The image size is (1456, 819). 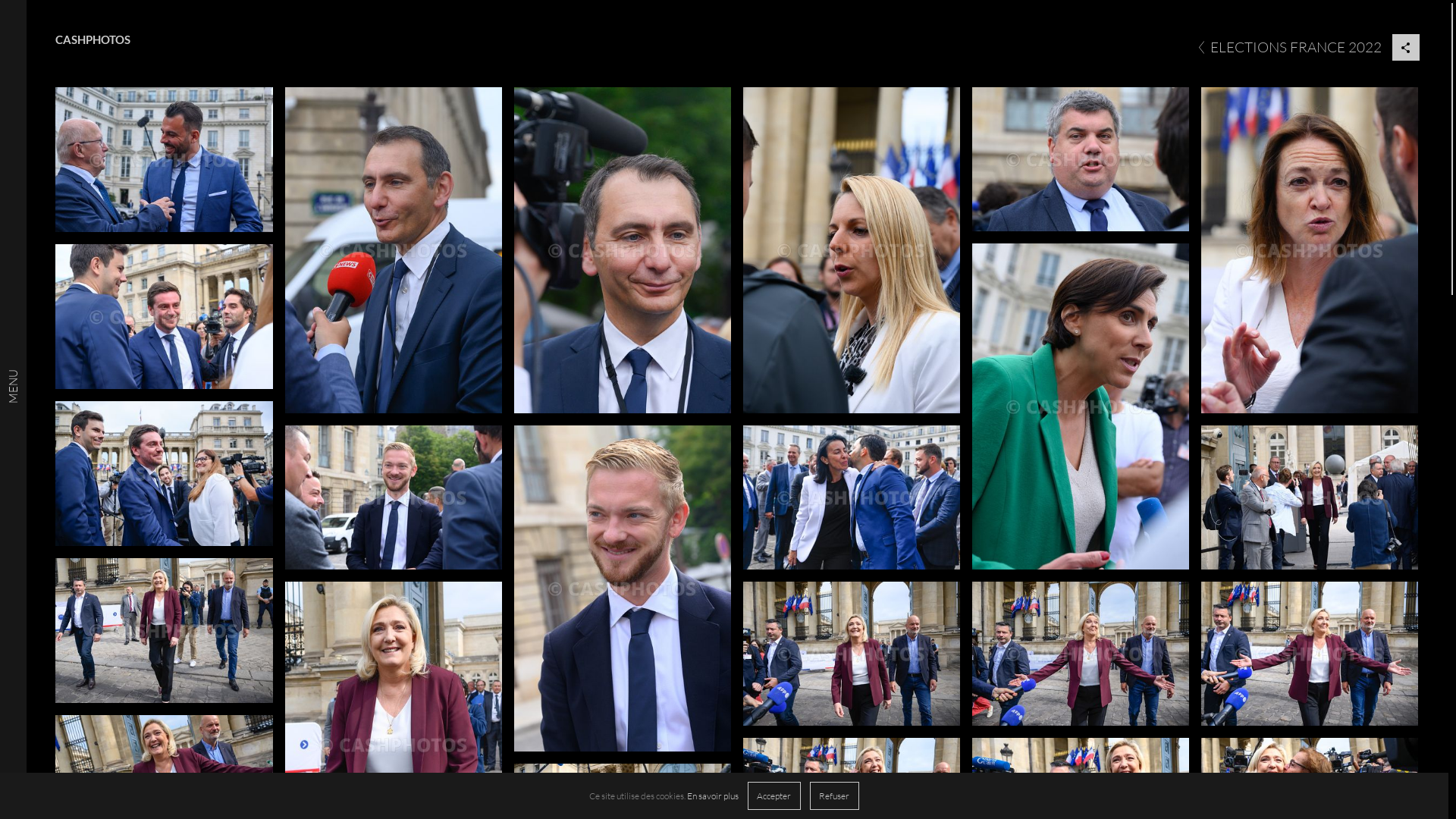 I want to click on 'CASHPHOTOS', so click(x=92, y=39).